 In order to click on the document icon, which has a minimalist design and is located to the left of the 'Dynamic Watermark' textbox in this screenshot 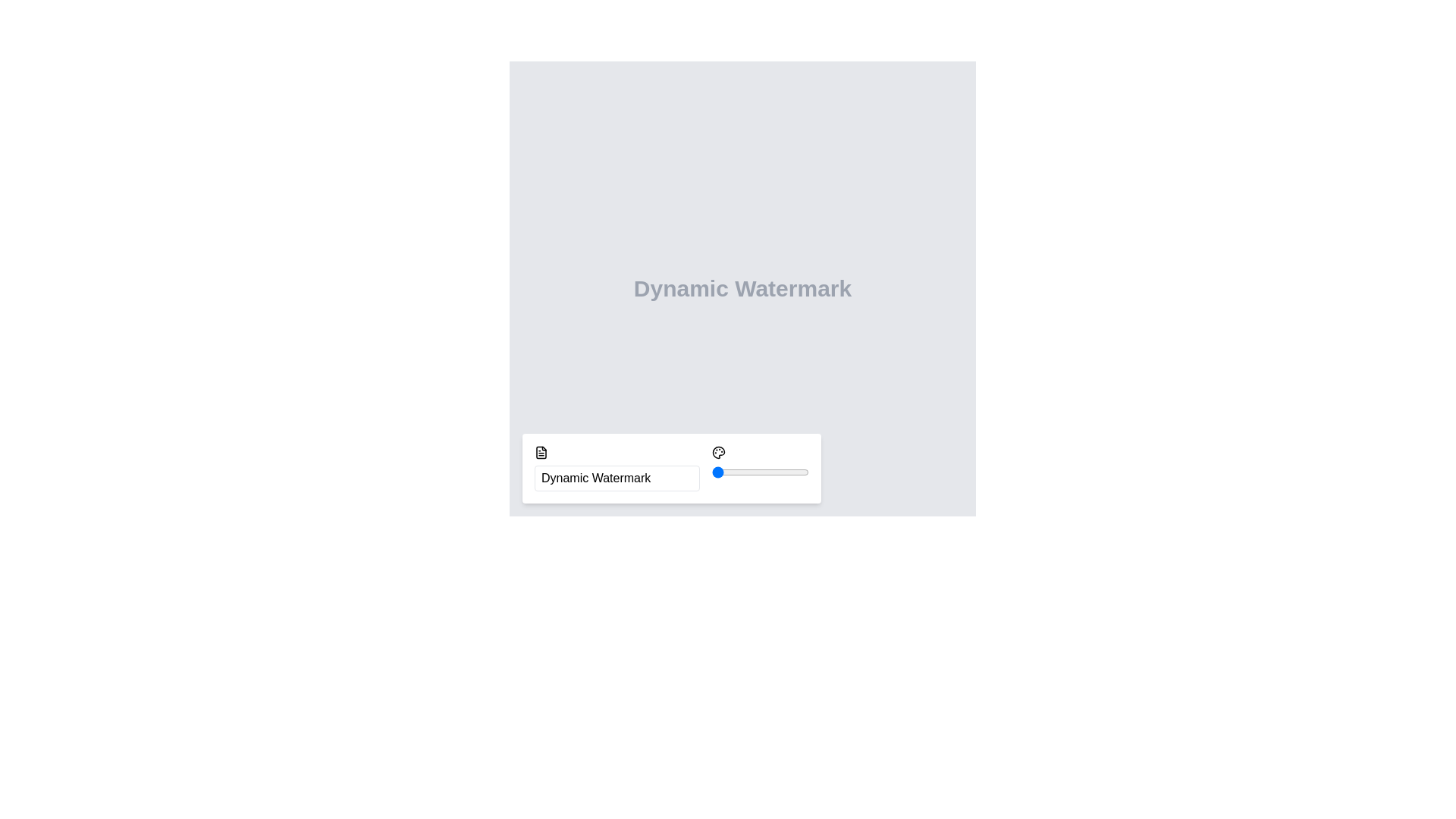, I will do `click(541, 452)`.